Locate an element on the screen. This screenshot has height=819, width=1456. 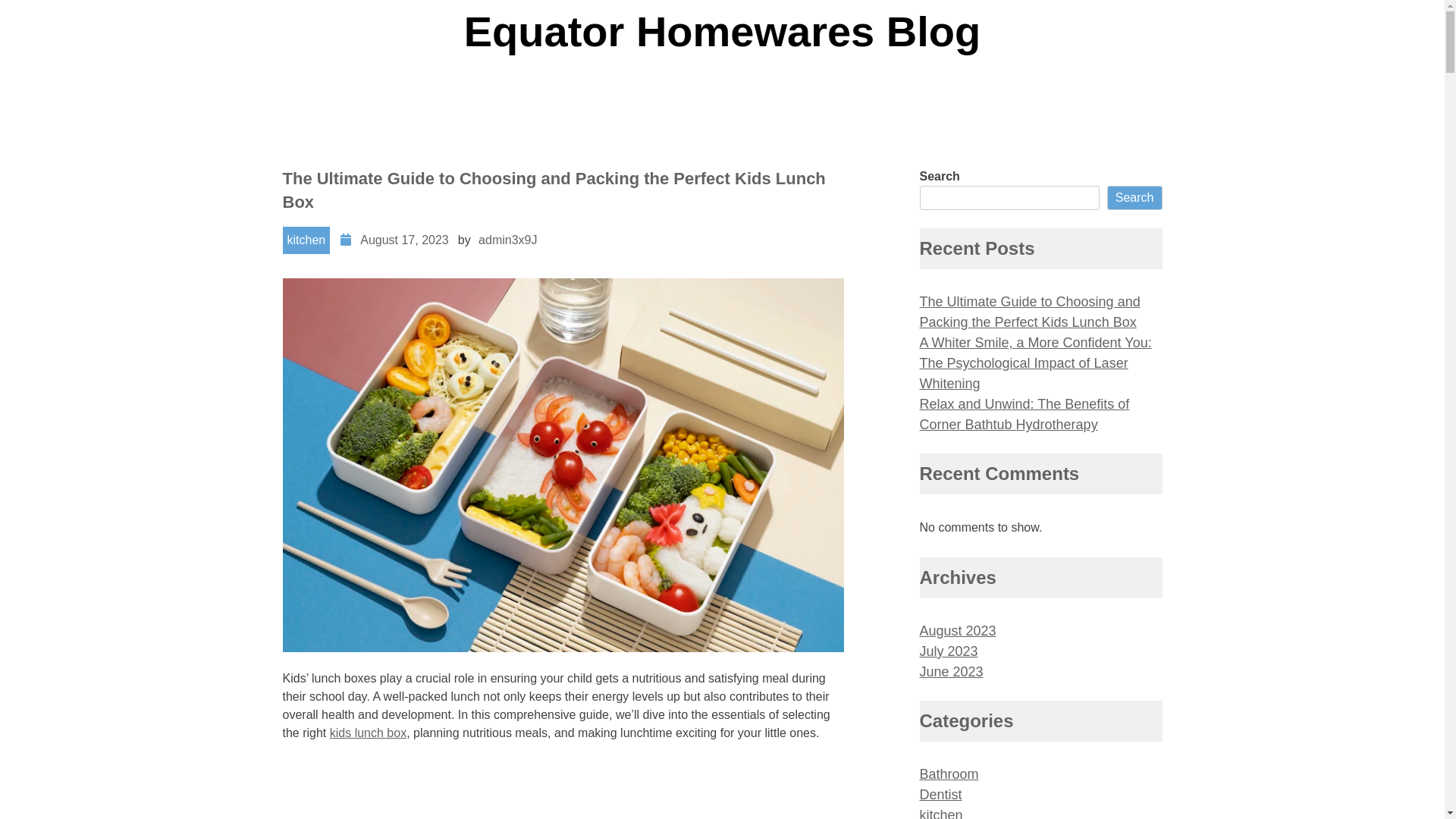
'kitchen' is located at coordinates (305, 239).